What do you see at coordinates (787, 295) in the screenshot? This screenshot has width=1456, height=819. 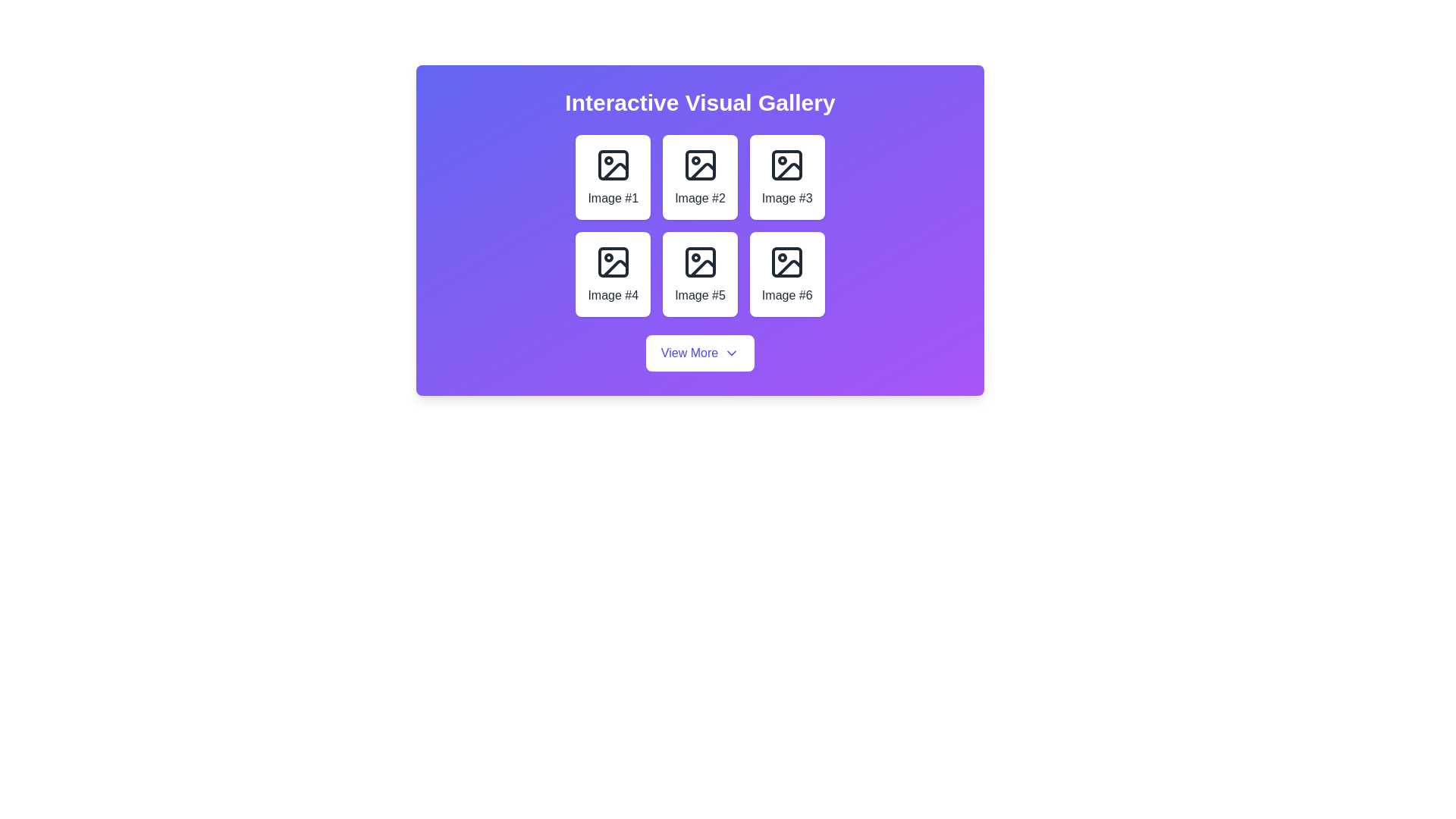 I see `the text label 'Image #6' which is centrally aligned within its tile in the 'Interactive Visual Gallery'` at bounding box center [787, 295].